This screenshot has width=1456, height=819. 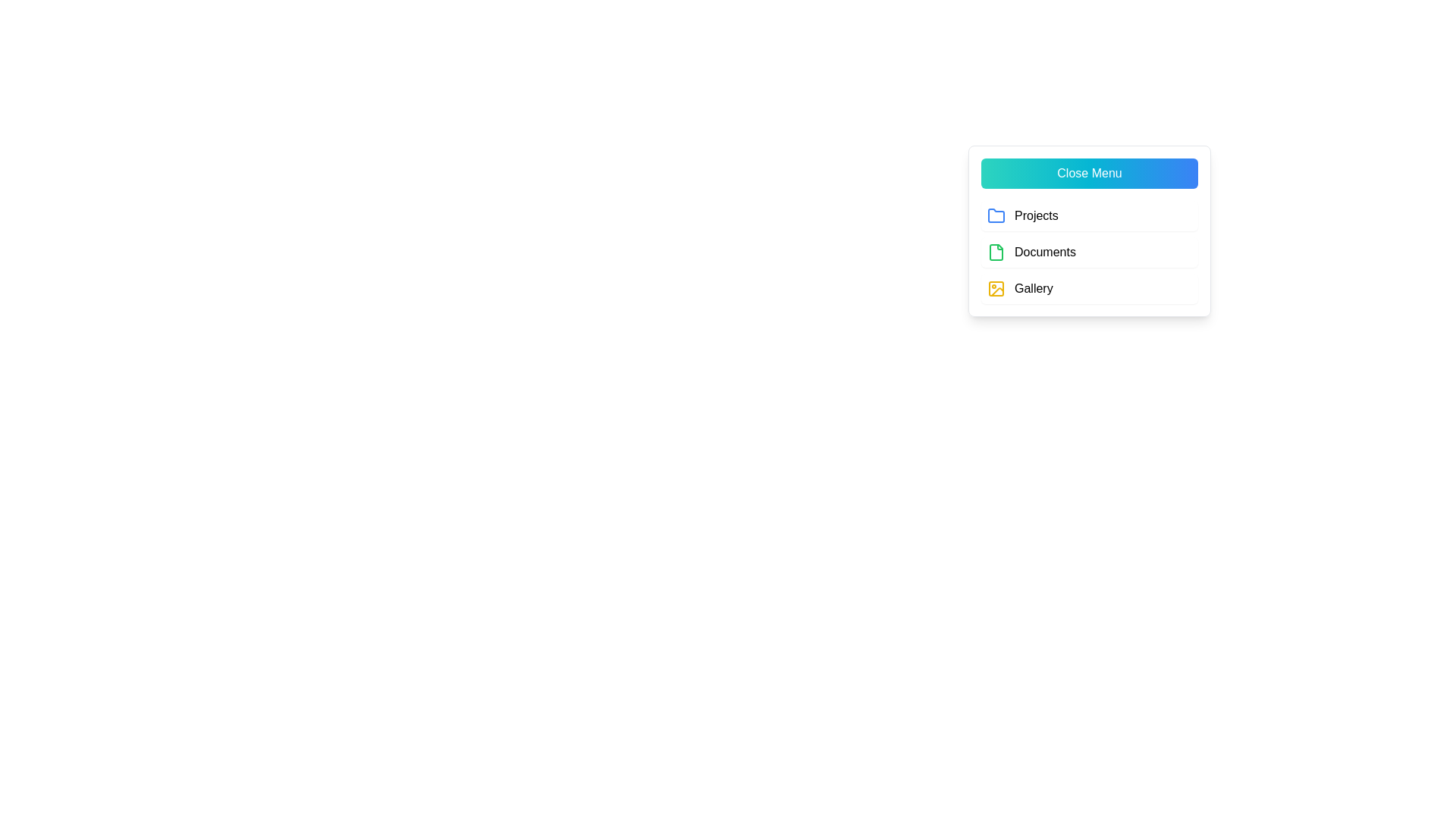 What do you see at coordinates (1088, 289) in the screenshot?
I see `the 'Gallery' menu item` at bounding box center [1088, 289].